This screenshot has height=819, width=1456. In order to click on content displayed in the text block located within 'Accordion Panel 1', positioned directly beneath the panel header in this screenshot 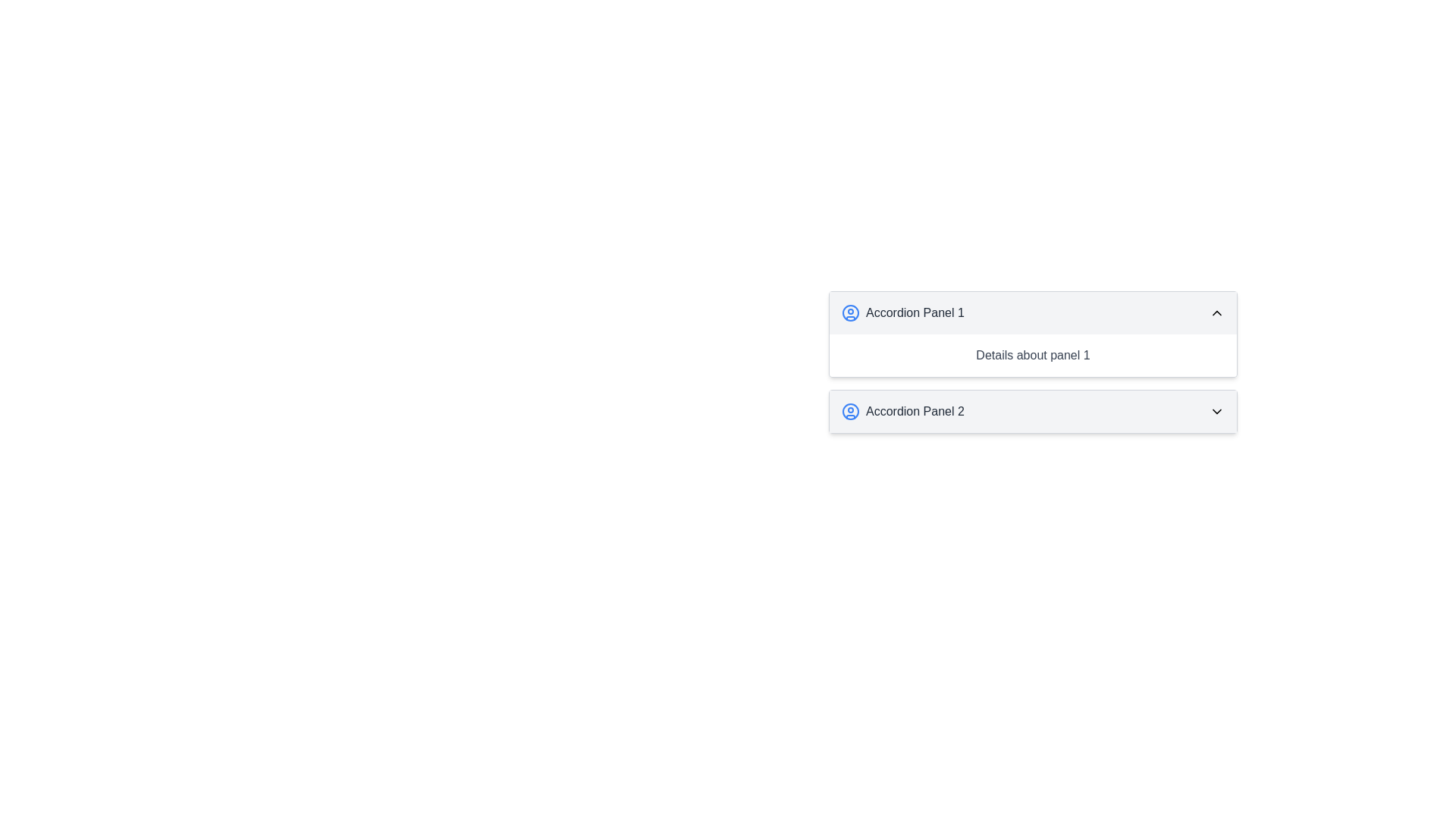, I will do `click(1032, 356)`.